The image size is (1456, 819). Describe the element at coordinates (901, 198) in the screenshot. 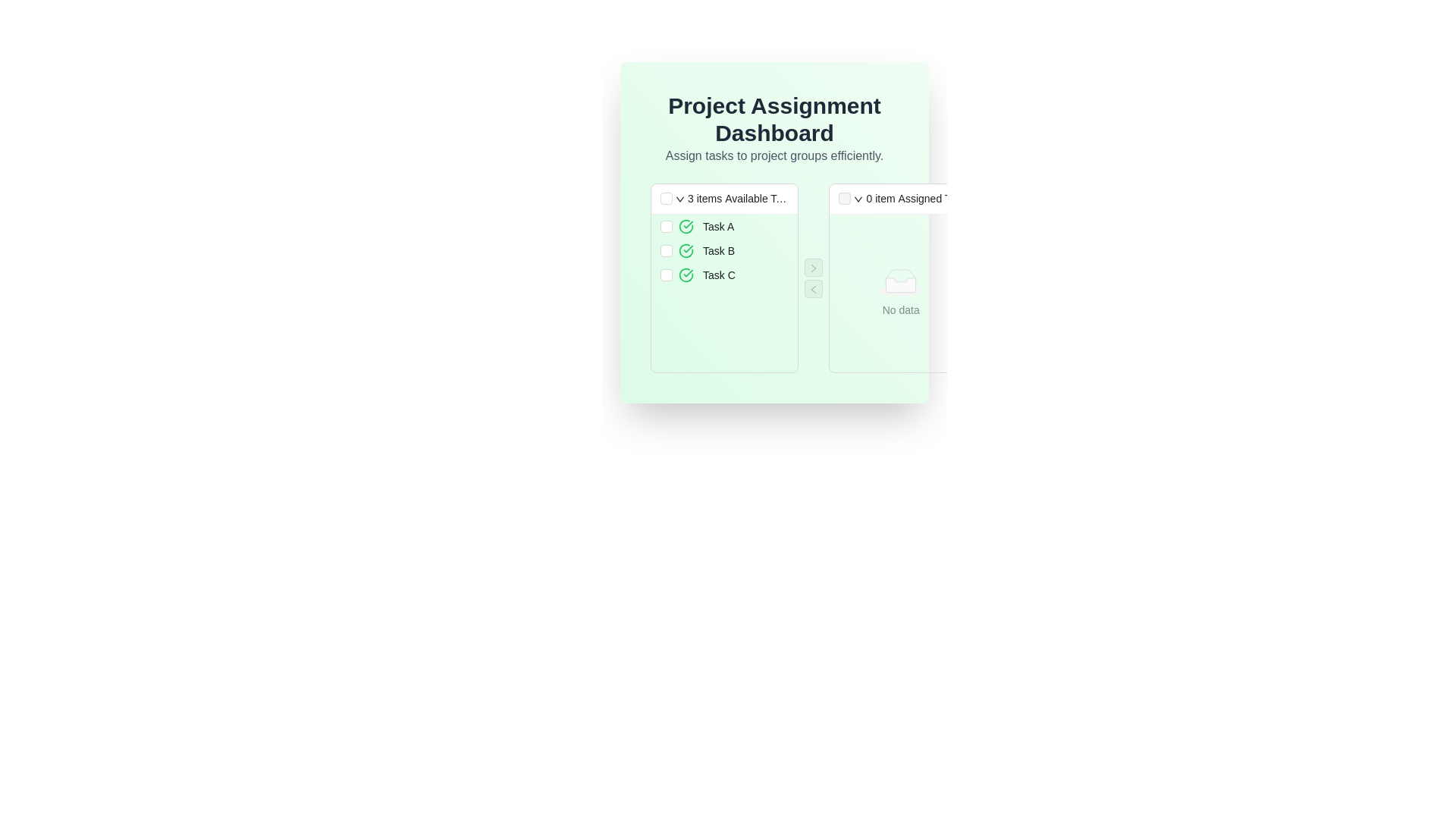

I see `the dropdown icon in the header of the Assigned Tasks transfer list` at that location.